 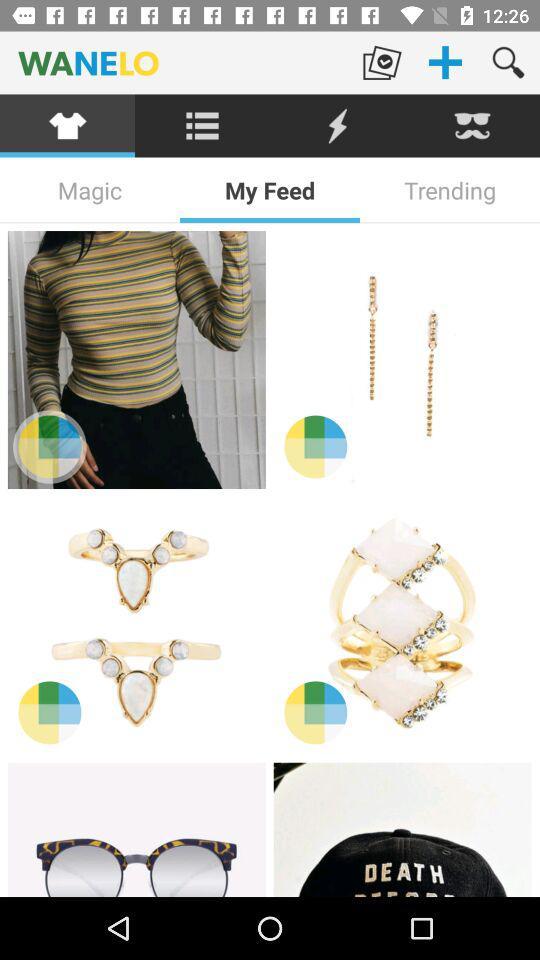 What do you see at coordinates (472, 125) in the screenshot?
I see `item above trending item` at bounding box center [472, 125].